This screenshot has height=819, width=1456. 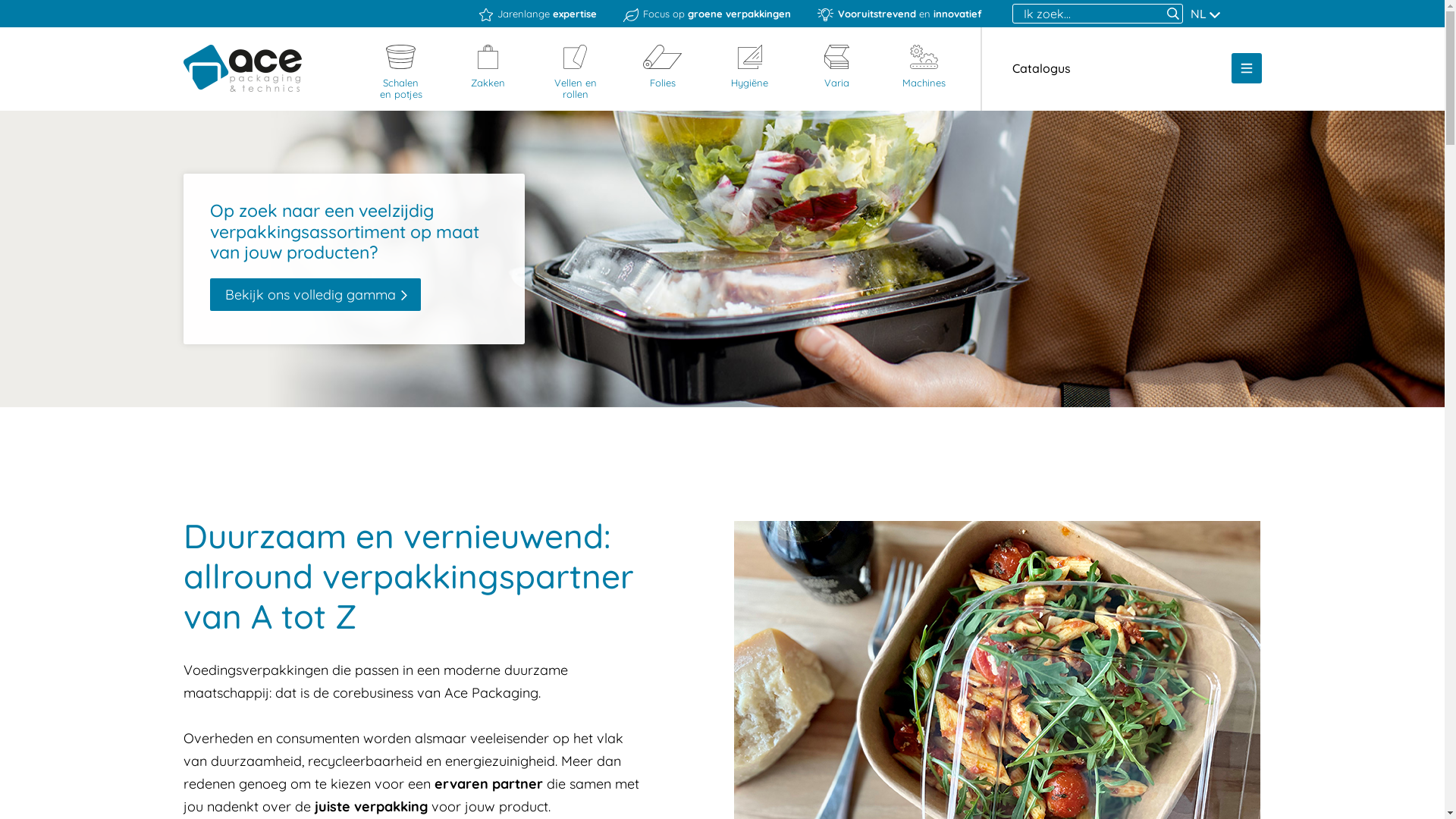 What do you see at coordinates (400, 73) in the screenshot?
I see `'Schalen` at bounding box center [400, 73].